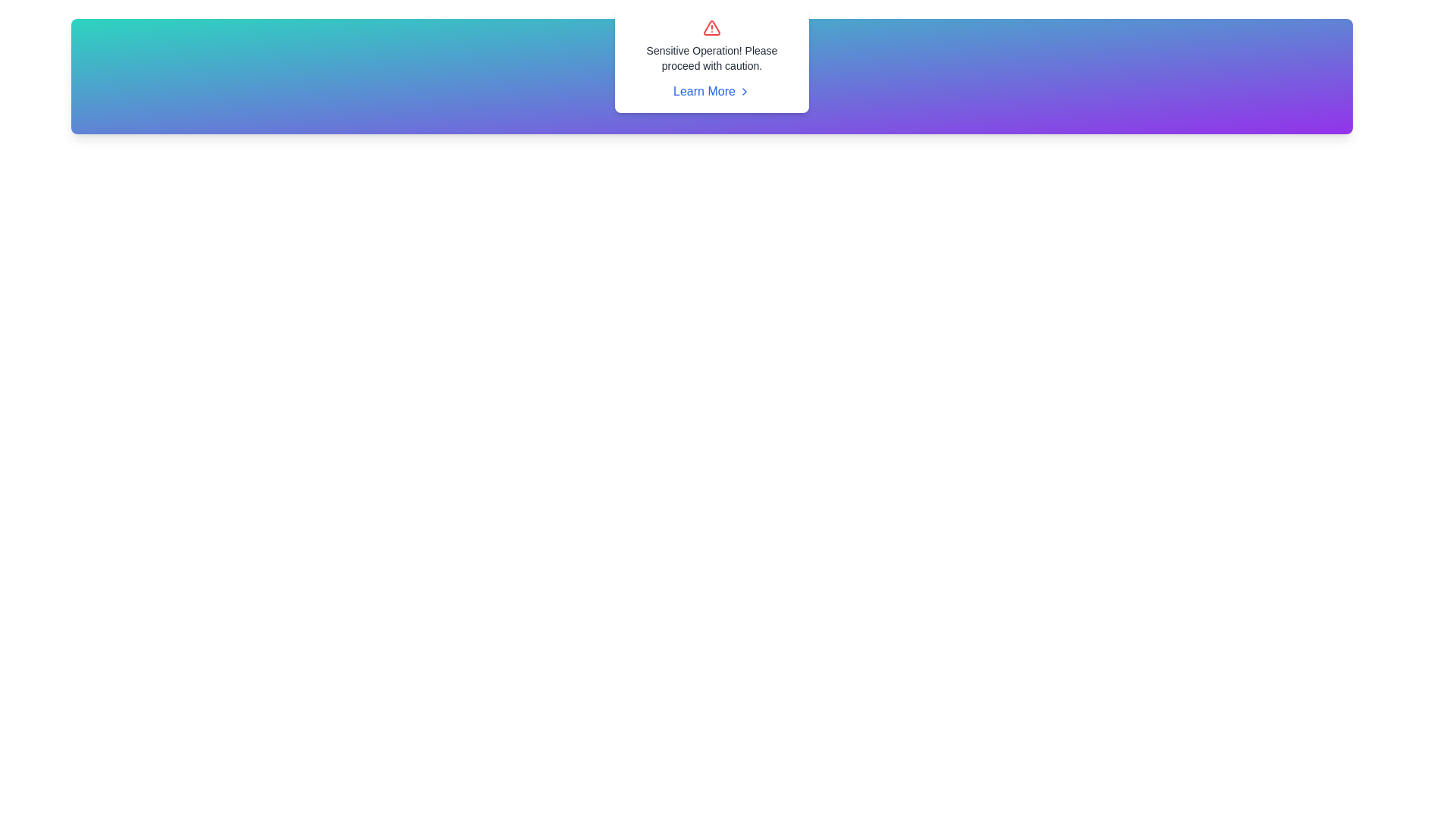 This screenshot has width=1456, height=819. What do you see at coordinates (711, 94) in the screenshot?
I see `the 'Learn More' hyperlink with an arrow icon, which is styled in blue and underlines on hover, located centrally in the pop-up alert box following the text 'Sensitive Operation! Please proceed with caution.'` at bounding box center [711, 94].